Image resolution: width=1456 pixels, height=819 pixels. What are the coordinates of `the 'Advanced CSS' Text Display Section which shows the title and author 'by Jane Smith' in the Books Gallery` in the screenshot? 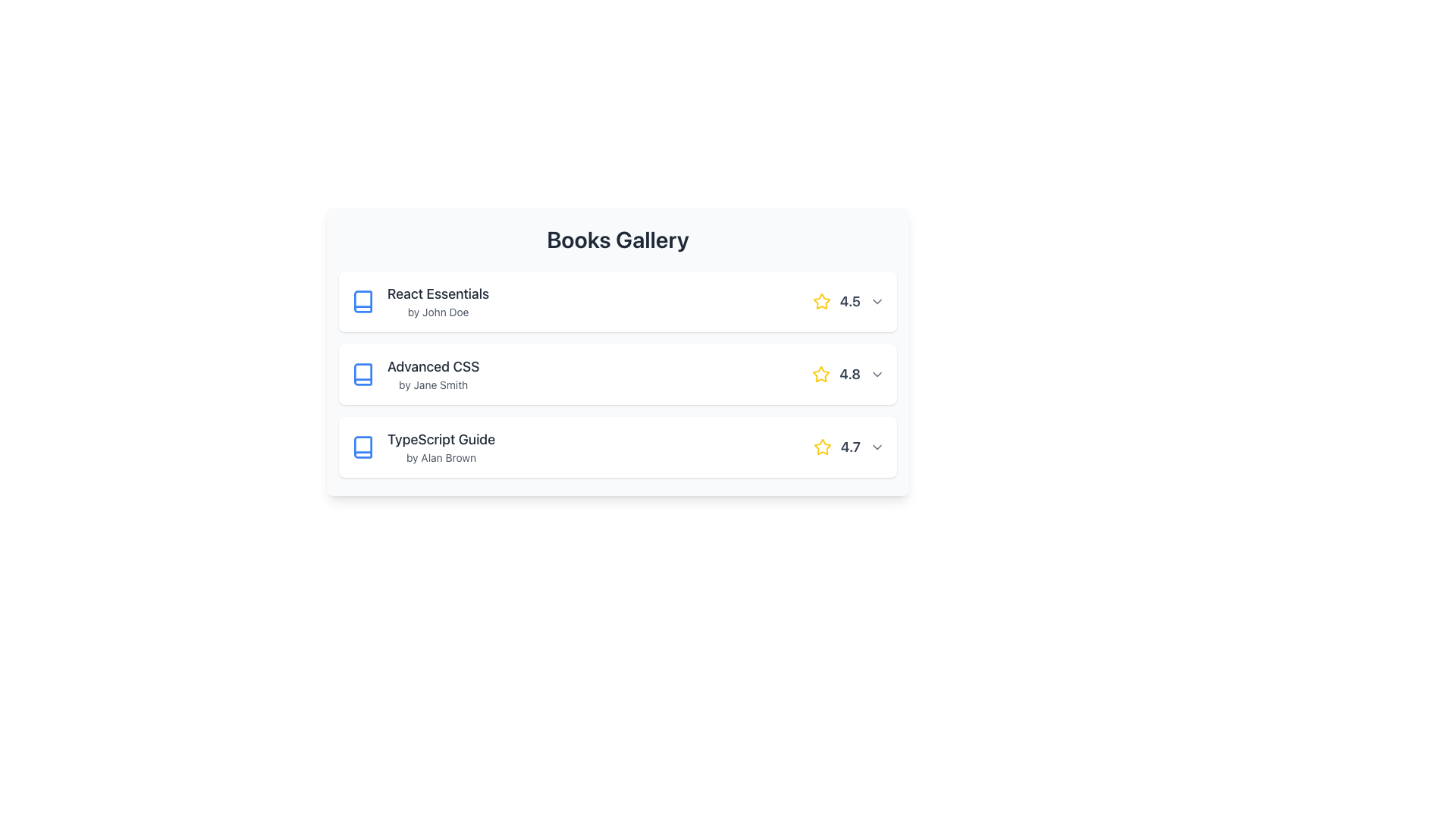 It's located at (432, 374).